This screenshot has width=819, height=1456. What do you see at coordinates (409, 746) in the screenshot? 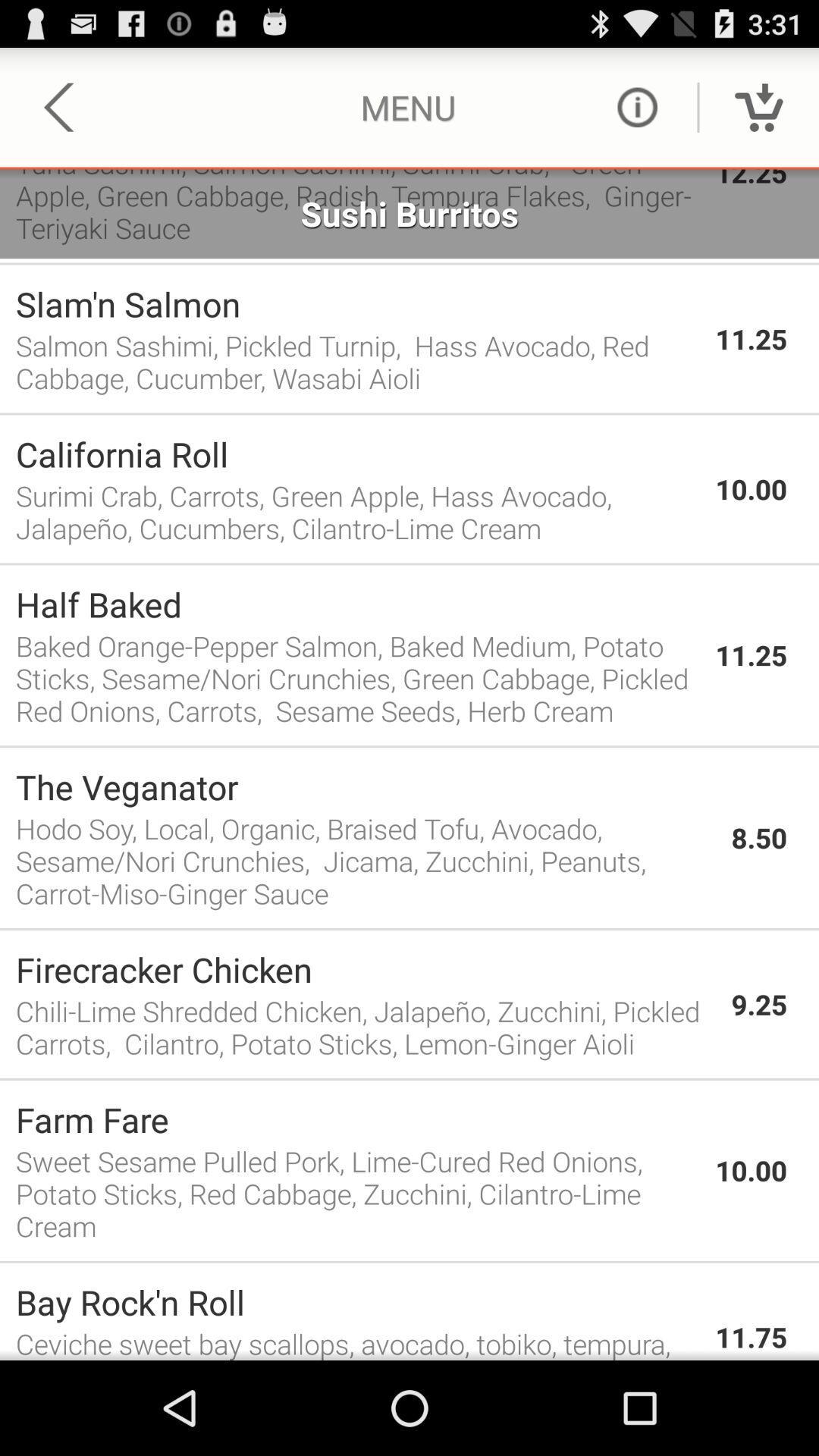
I see `app above the the veganator item` at bounding box center [409, 746].